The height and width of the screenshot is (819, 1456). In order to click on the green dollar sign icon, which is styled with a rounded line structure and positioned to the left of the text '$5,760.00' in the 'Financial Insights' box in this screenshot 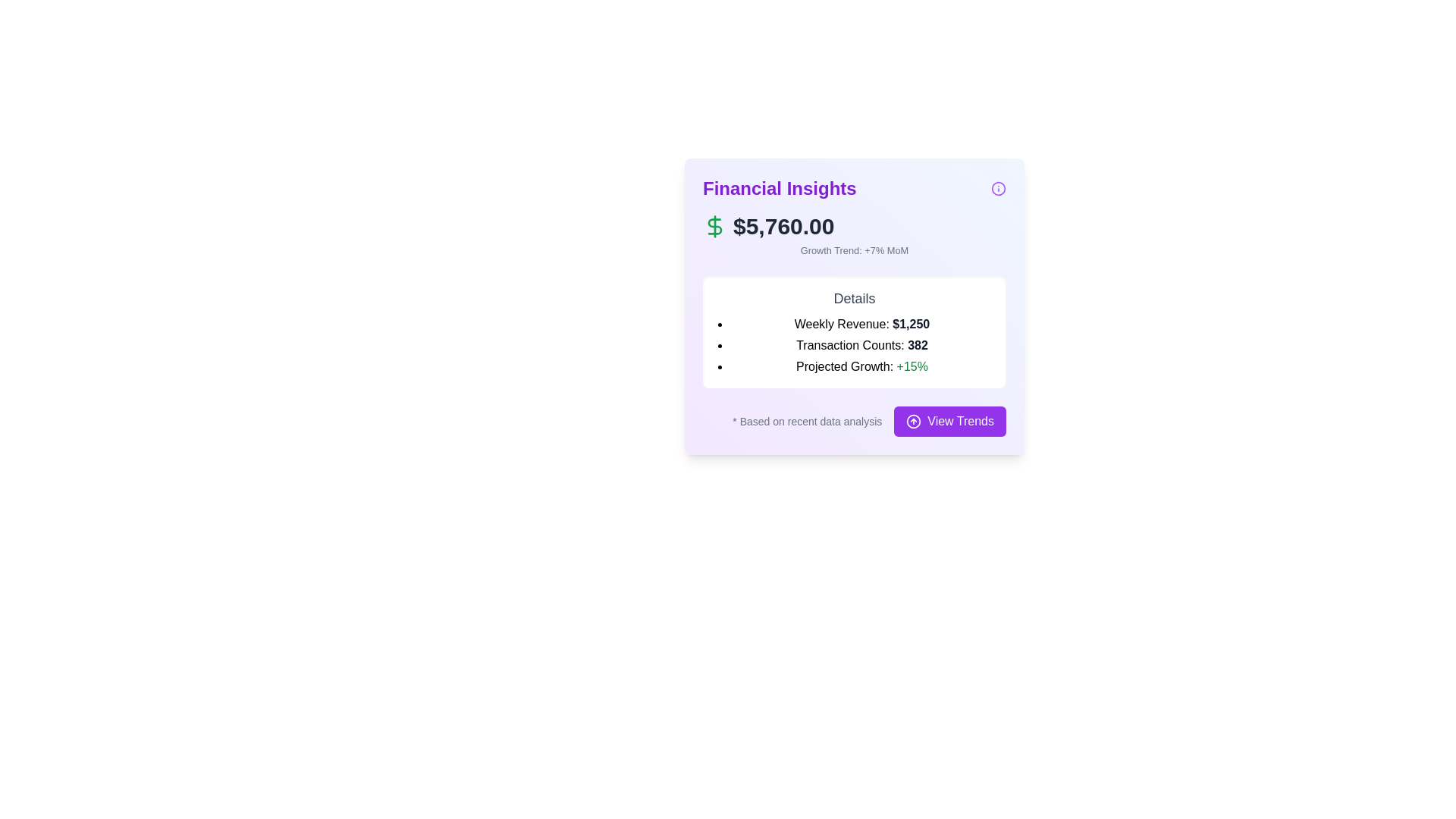, I will do `click(714, 227)`.